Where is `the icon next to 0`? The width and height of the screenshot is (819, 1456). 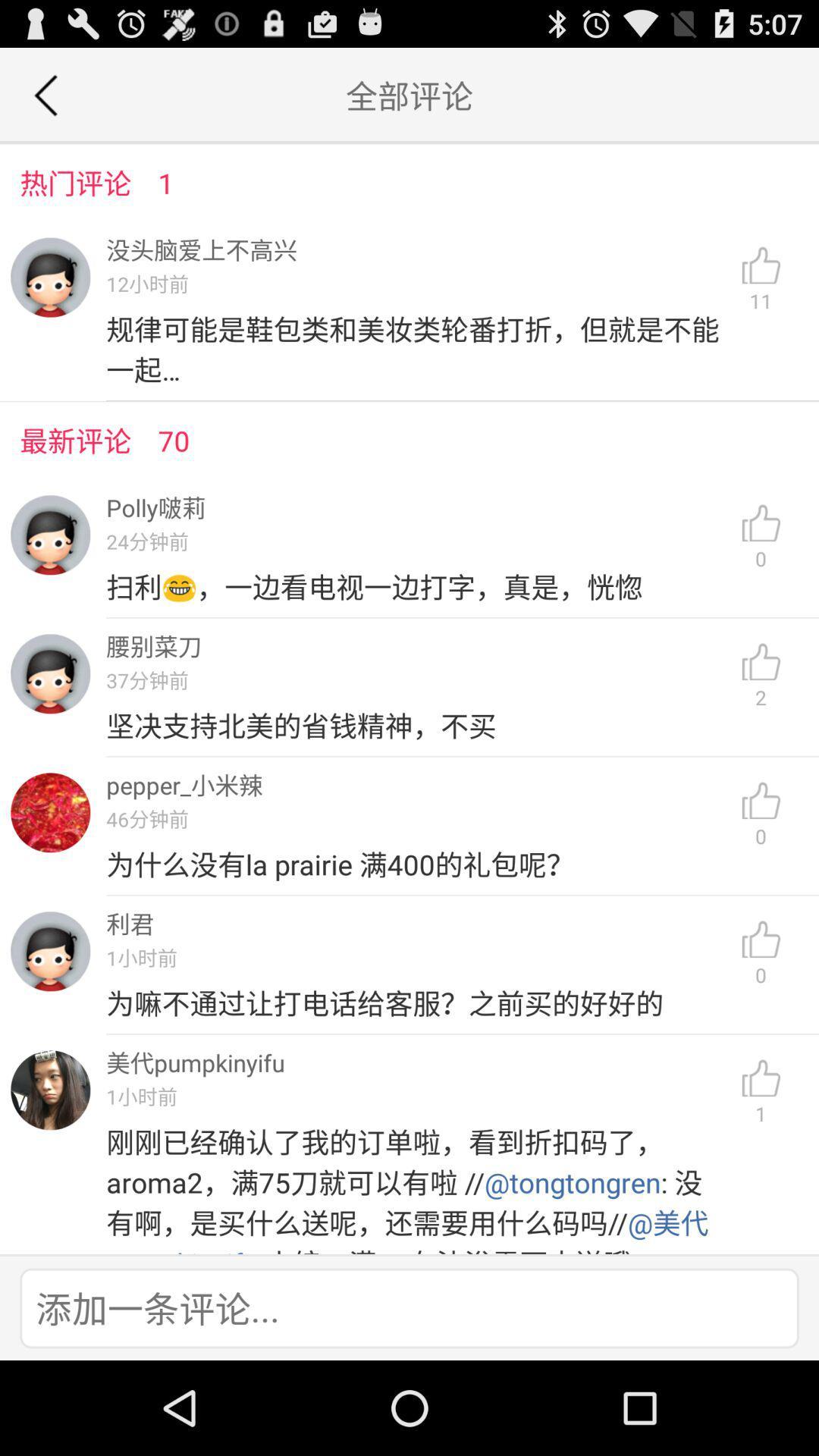
the icon next to 0 is located at coordinates (417, 864).